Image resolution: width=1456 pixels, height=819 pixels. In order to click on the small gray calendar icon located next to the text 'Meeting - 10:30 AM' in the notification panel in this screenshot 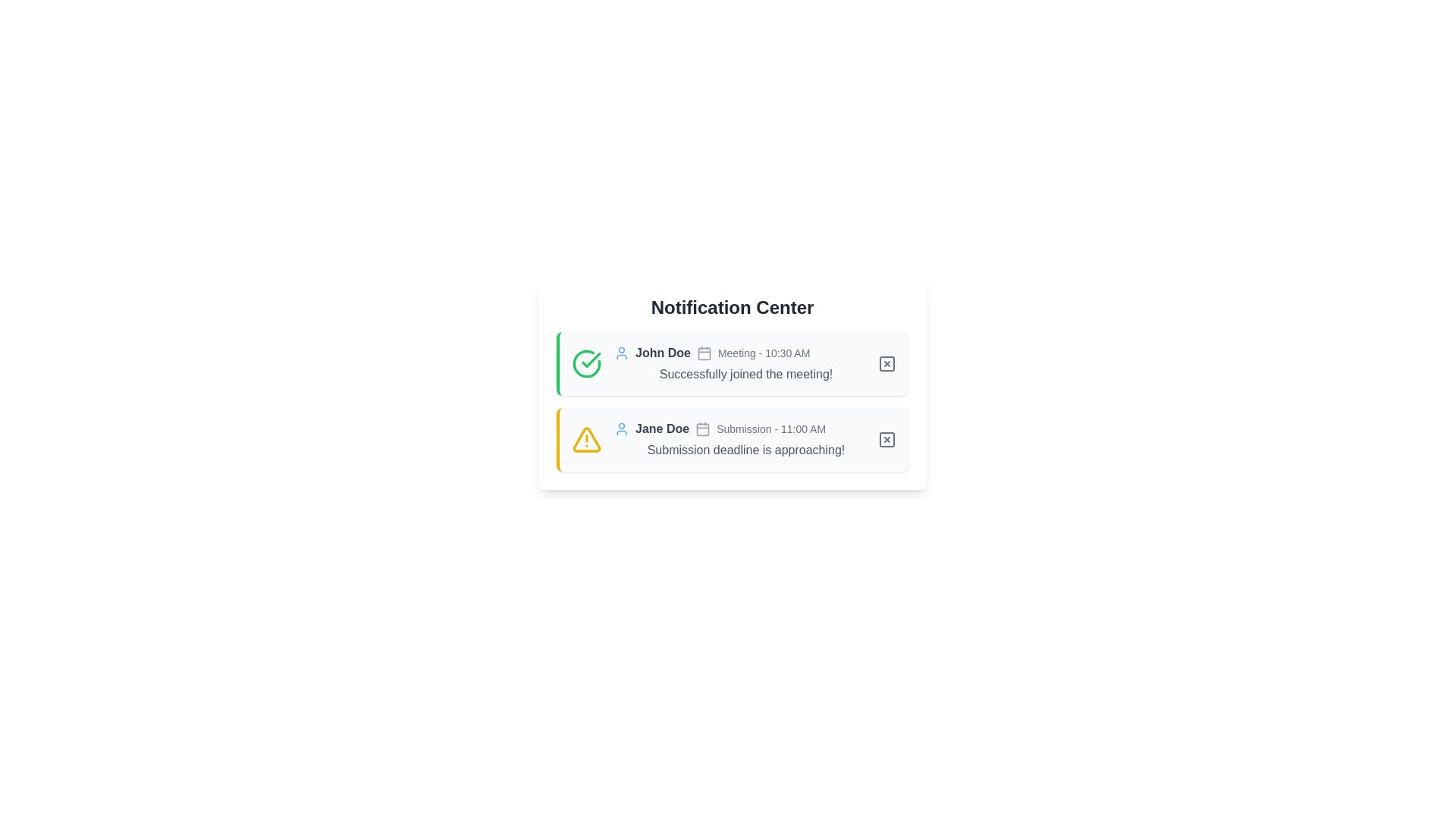, I will do `click(703, 353)`.